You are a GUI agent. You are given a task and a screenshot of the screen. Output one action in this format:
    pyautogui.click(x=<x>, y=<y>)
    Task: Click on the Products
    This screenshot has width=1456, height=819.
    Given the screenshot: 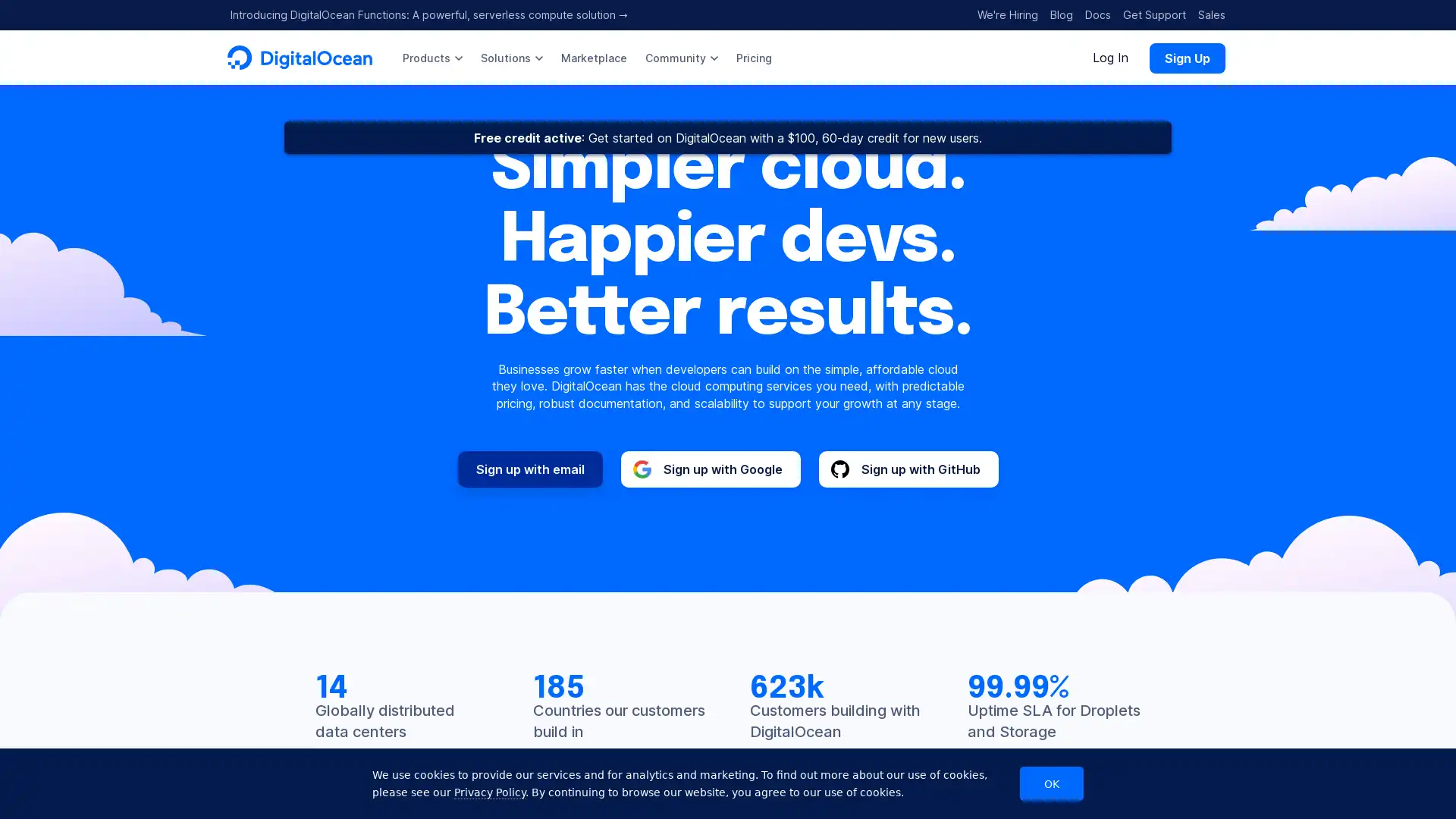 What is the action you would take?
    pyautogui.click(x=431, y=57)
    